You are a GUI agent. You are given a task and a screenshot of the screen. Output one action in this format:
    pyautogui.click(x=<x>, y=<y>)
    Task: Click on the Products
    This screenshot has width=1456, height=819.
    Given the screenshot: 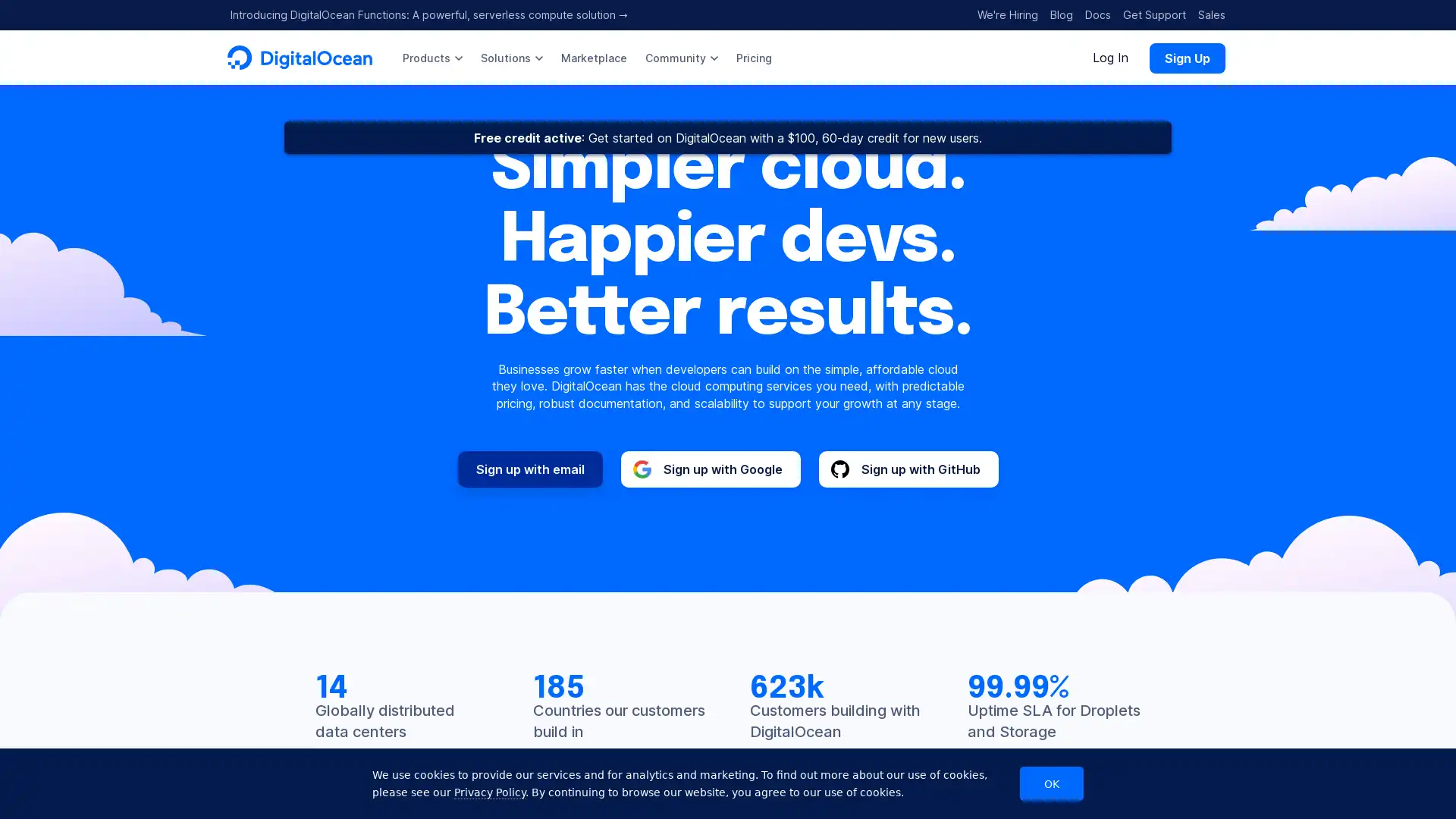 What is the action you would take?
    pyautogui.click(x=431, y=57)
    